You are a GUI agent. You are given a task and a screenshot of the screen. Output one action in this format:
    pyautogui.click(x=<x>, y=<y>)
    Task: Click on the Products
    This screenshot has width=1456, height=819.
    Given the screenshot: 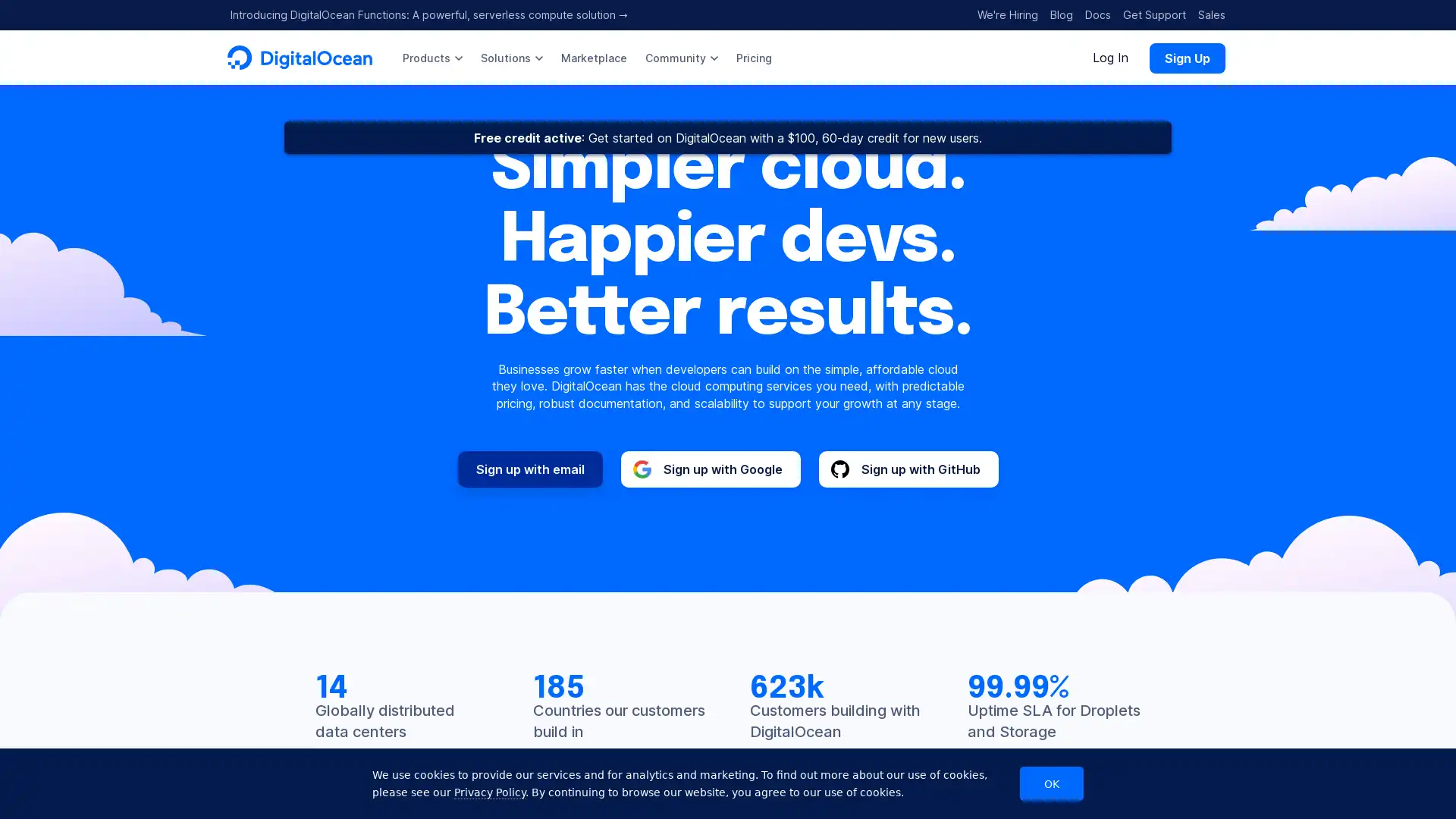 What is the action you would take?
    pyautogui.click(x=431, y=57)
    